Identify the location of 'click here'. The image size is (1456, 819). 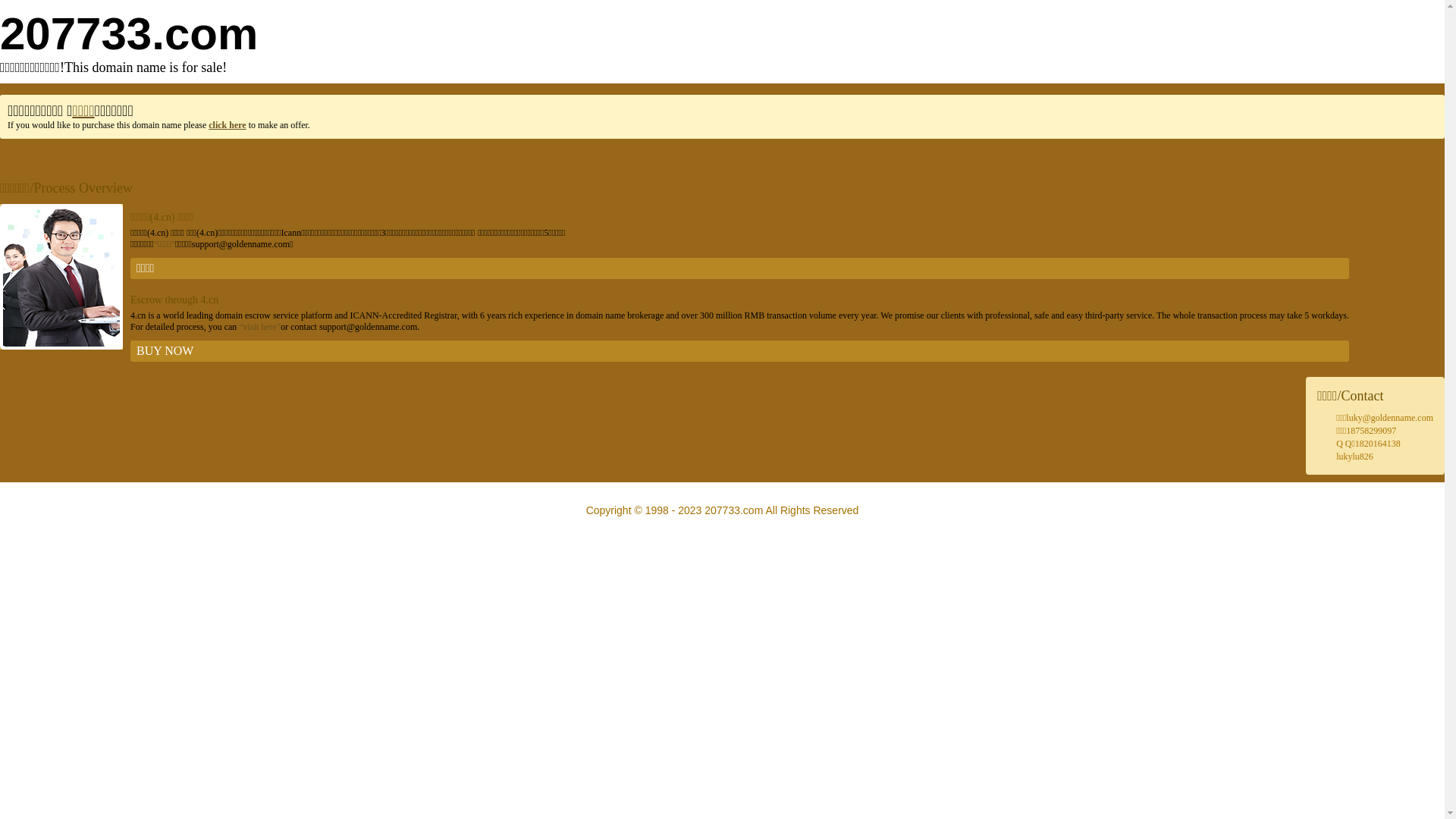
(207, 124).